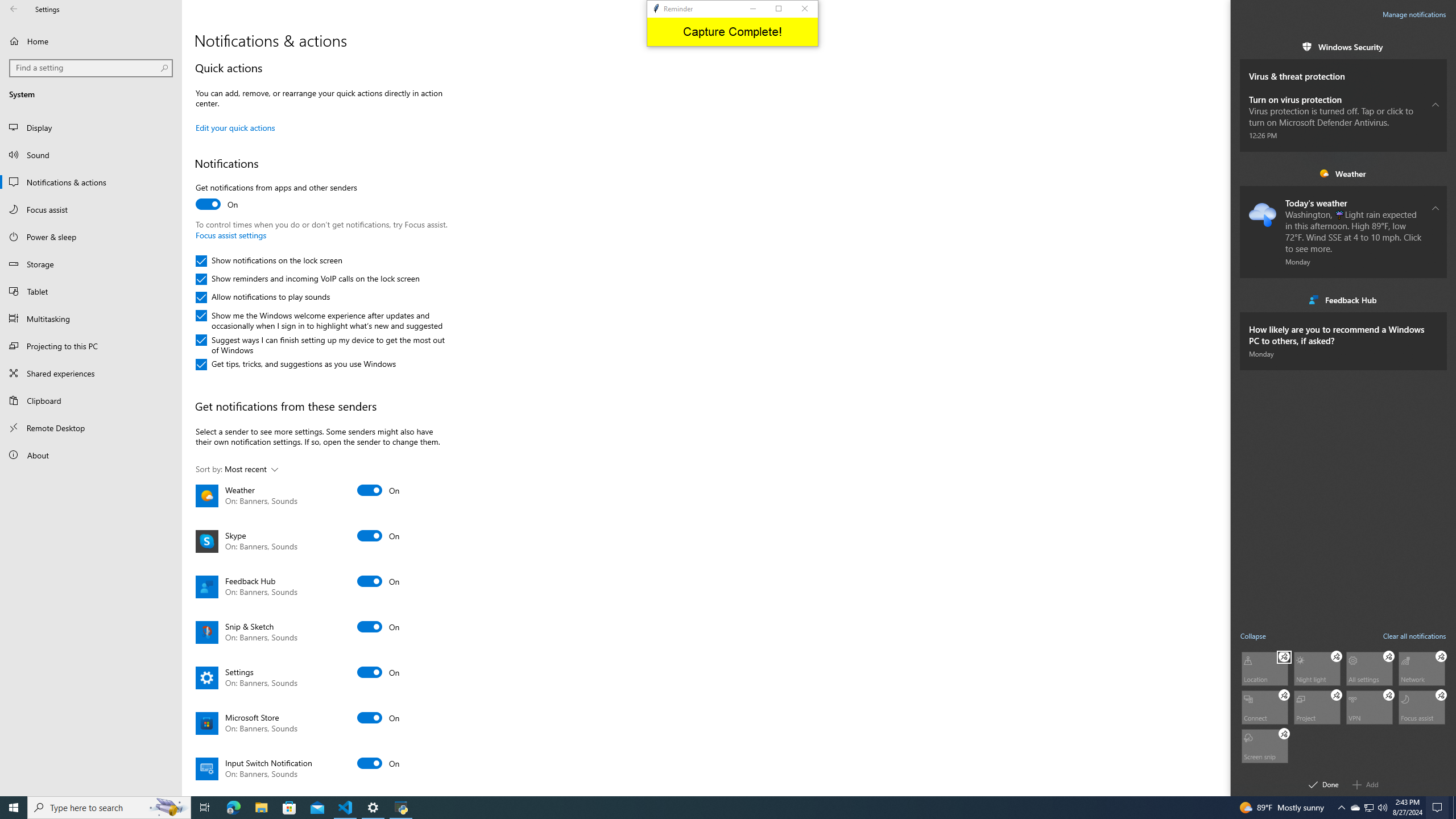  I want to click on 'Manage notifications', so click(1414, 14).